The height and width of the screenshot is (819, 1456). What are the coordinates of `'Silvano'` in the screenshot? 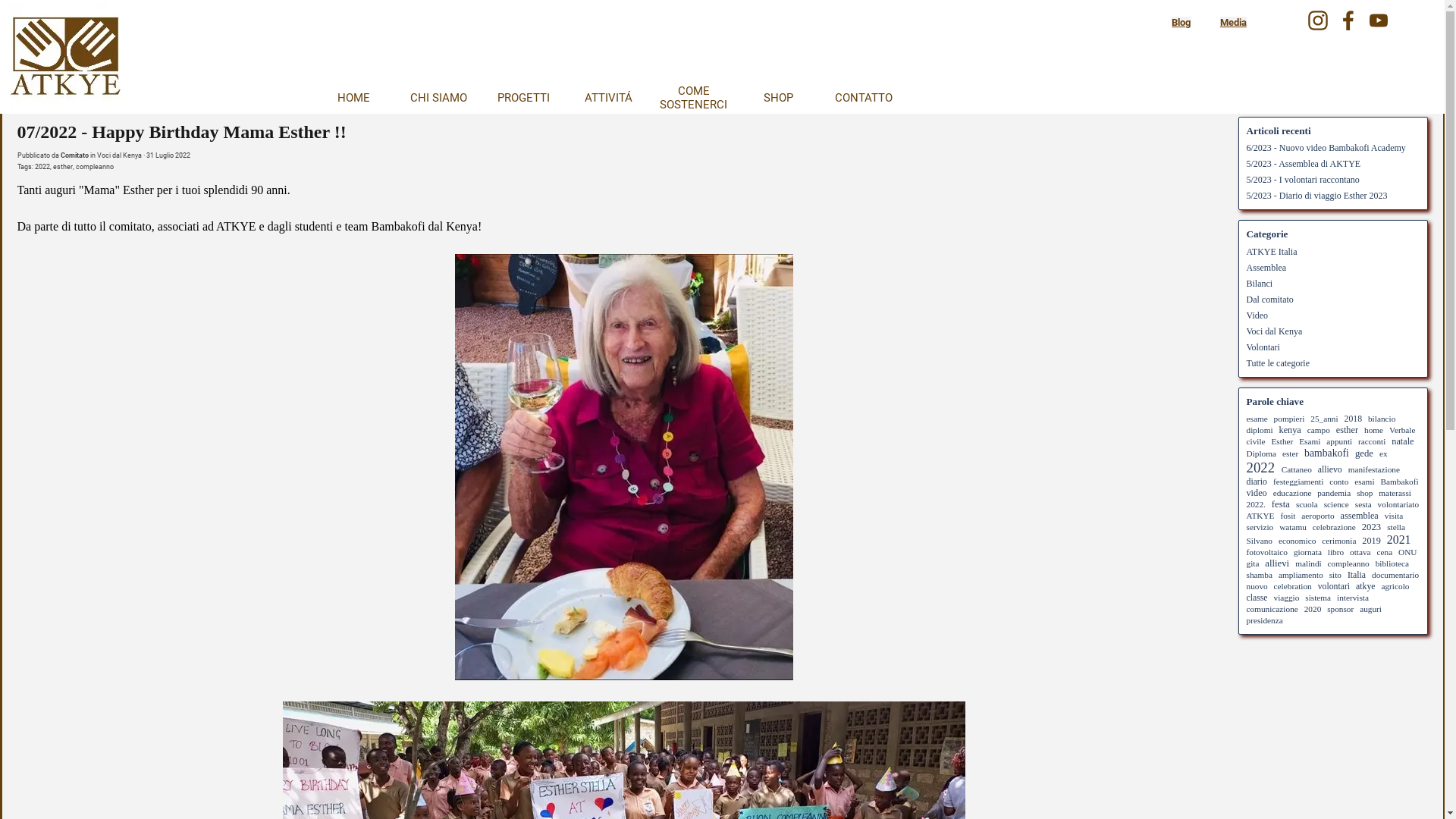 It's located at (1259, 540).